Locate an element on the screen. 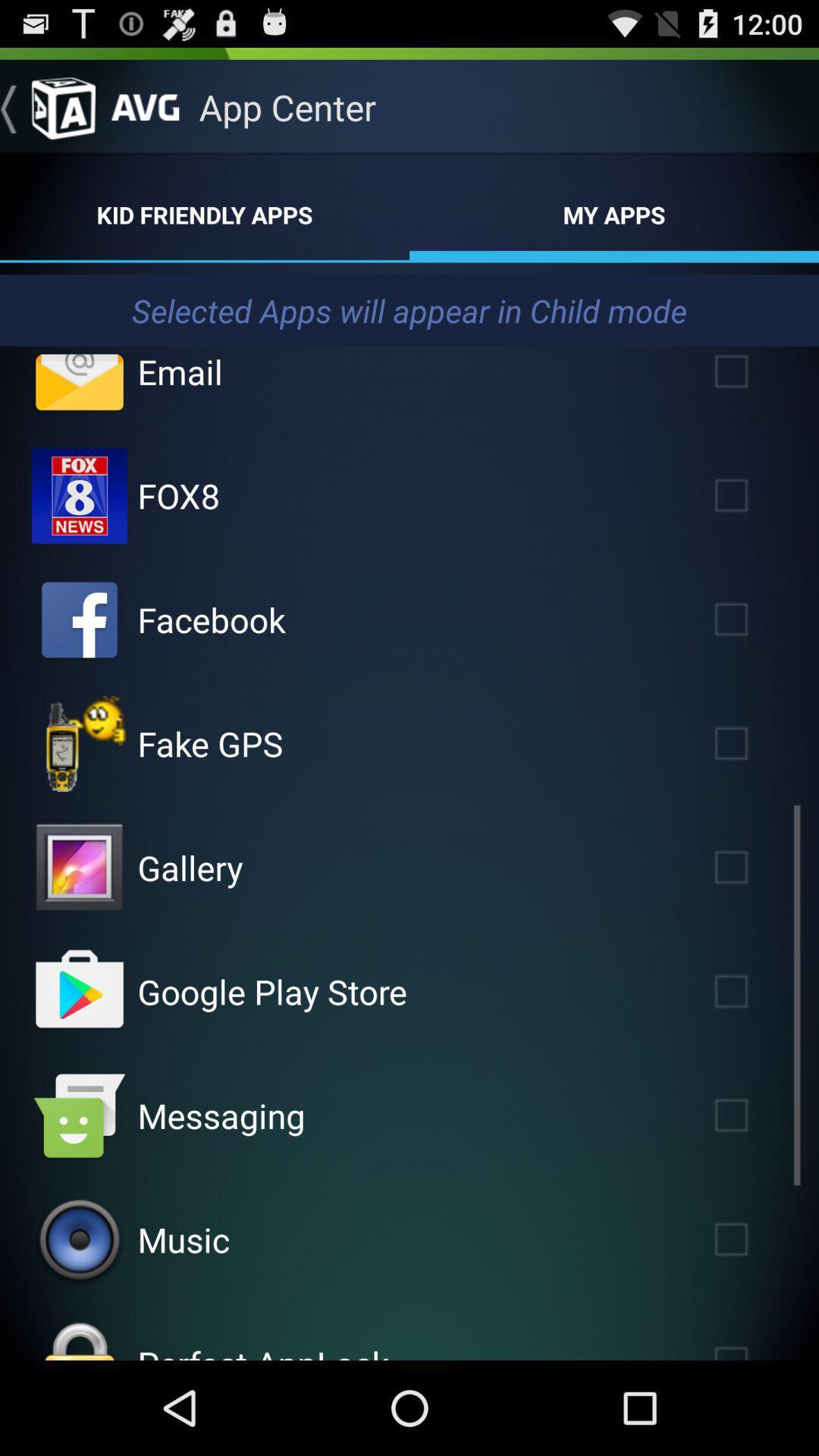 The image size is (819, 1456). the app is located at coordinates (753, 743).